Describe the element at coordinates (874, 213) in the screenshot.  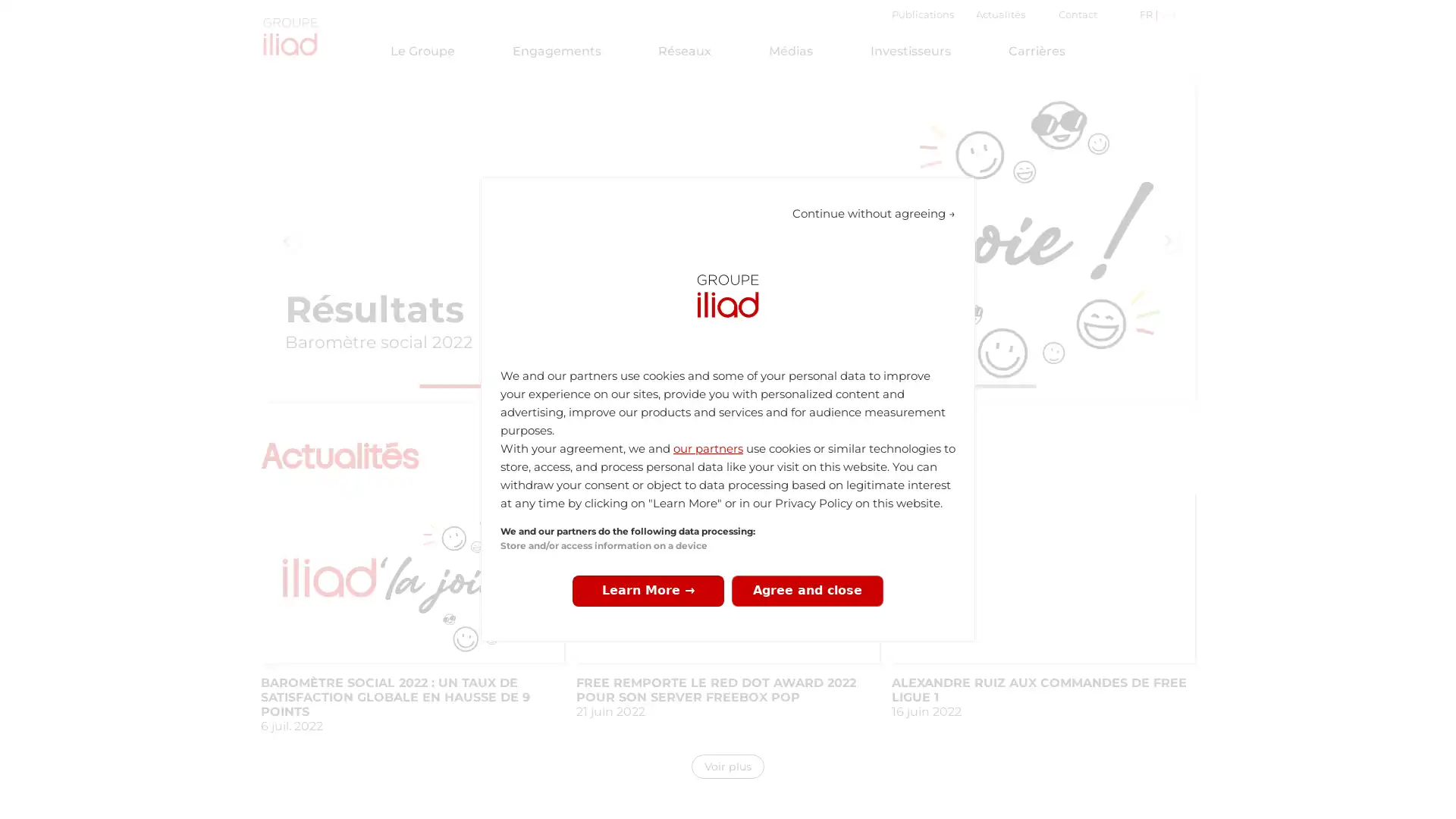
I see `Continue without agreeing` at that location.